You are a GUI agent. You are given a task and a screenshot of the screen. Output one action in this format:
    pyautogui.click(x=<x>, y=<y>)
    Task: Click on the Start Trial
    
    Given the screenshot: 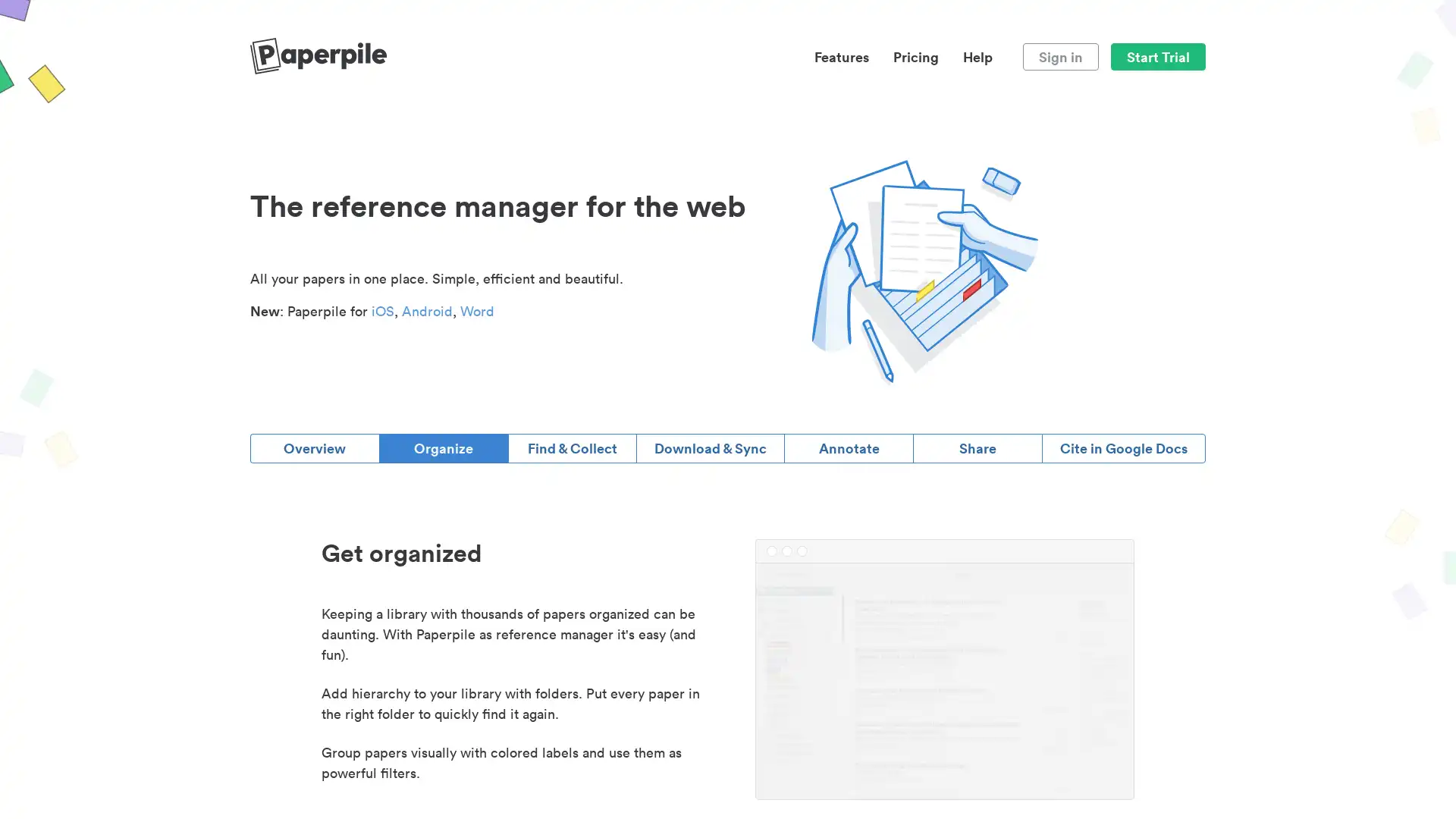 What is the action you would take?
    pyautogui.click(x=1157, y=55)
    